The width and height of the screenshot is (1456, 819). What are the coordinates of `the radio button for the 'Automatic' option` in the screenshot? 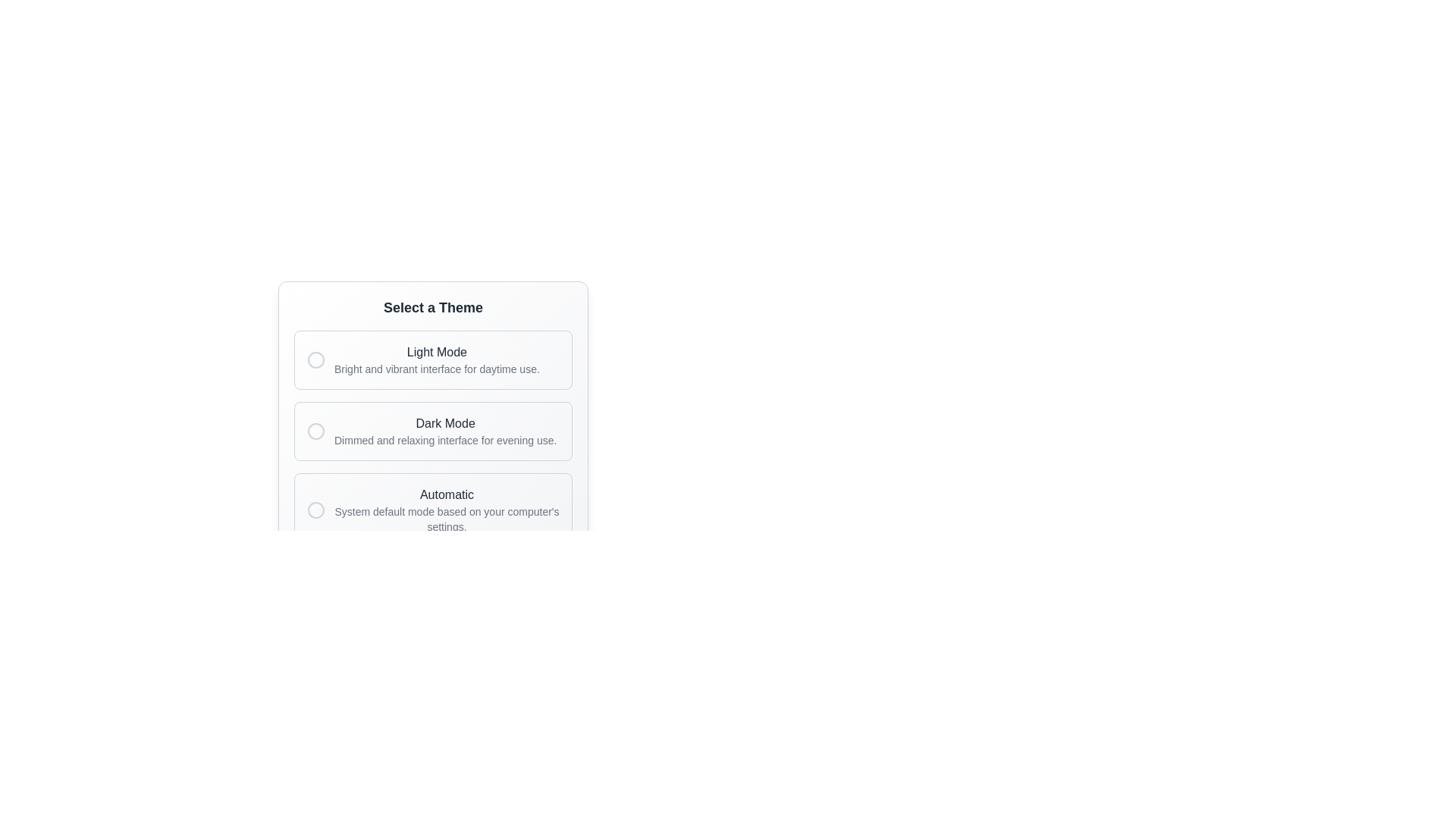 It's located at (315, 510).